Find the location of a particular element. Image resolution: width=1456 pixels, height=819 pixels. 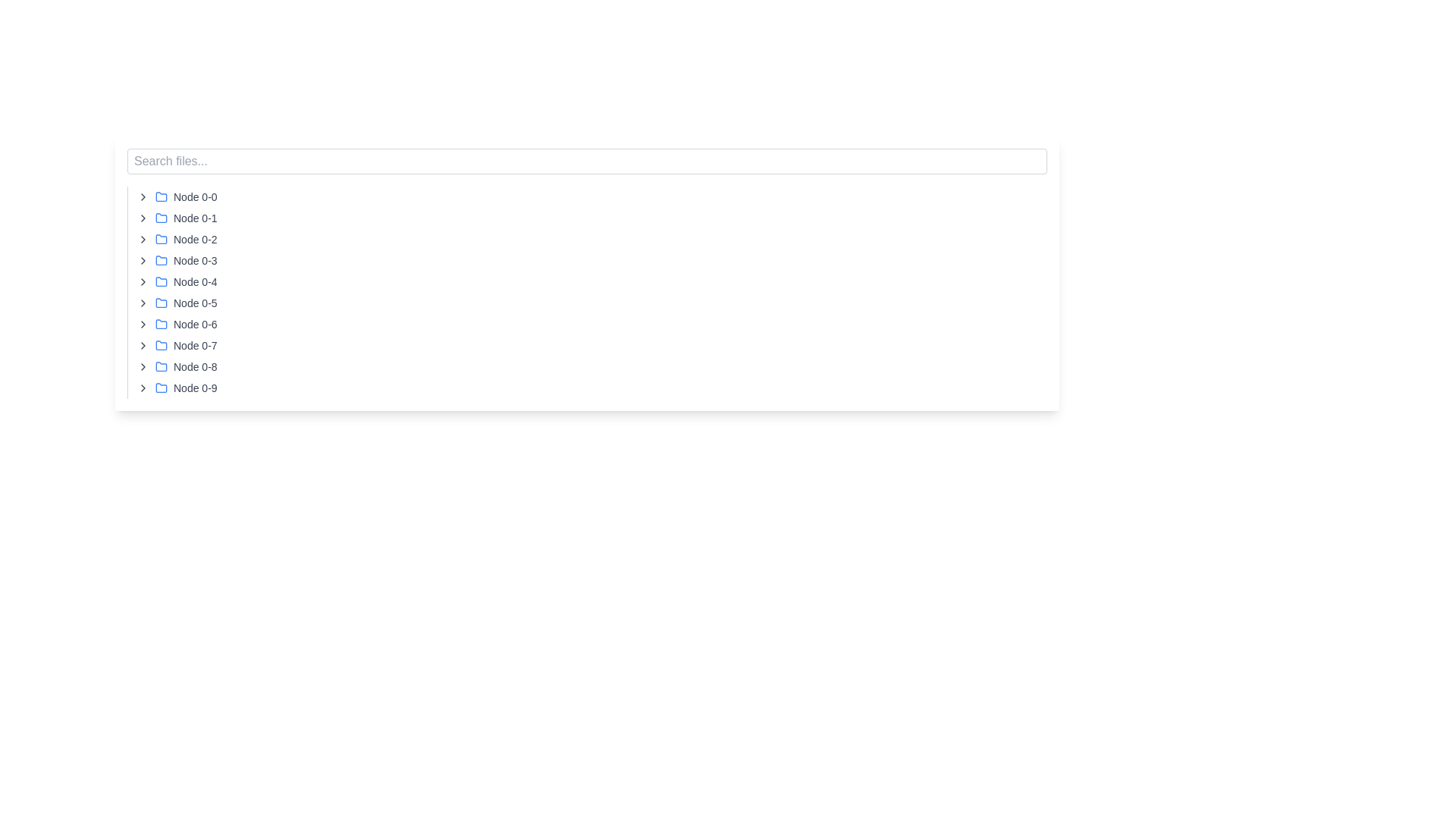

the blue folder icon representing a file directory, which is the sixth item in the expandable list and is positioned to the left of the label 'Node 0-5' is located at coordinates (161, 302).